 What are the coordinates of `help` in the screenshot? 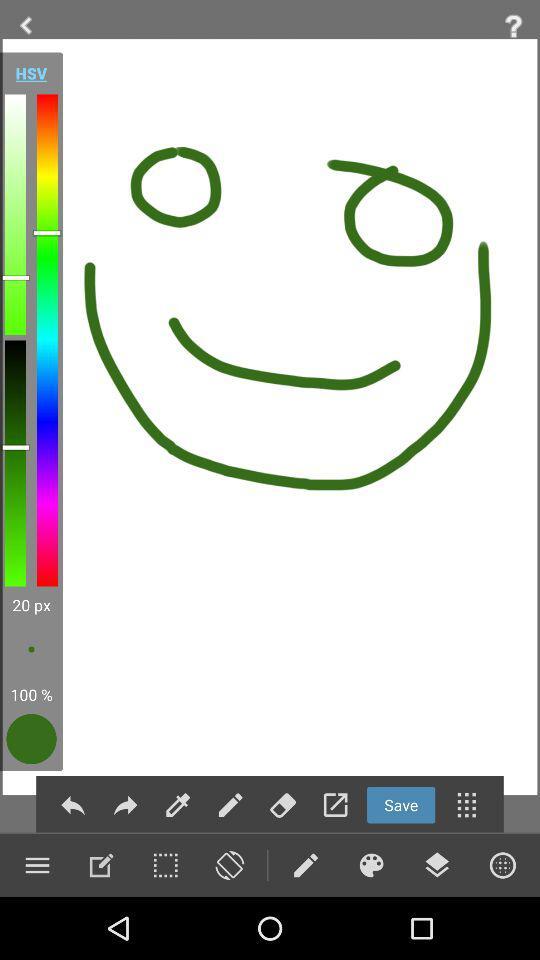 It's located at (513, 25).